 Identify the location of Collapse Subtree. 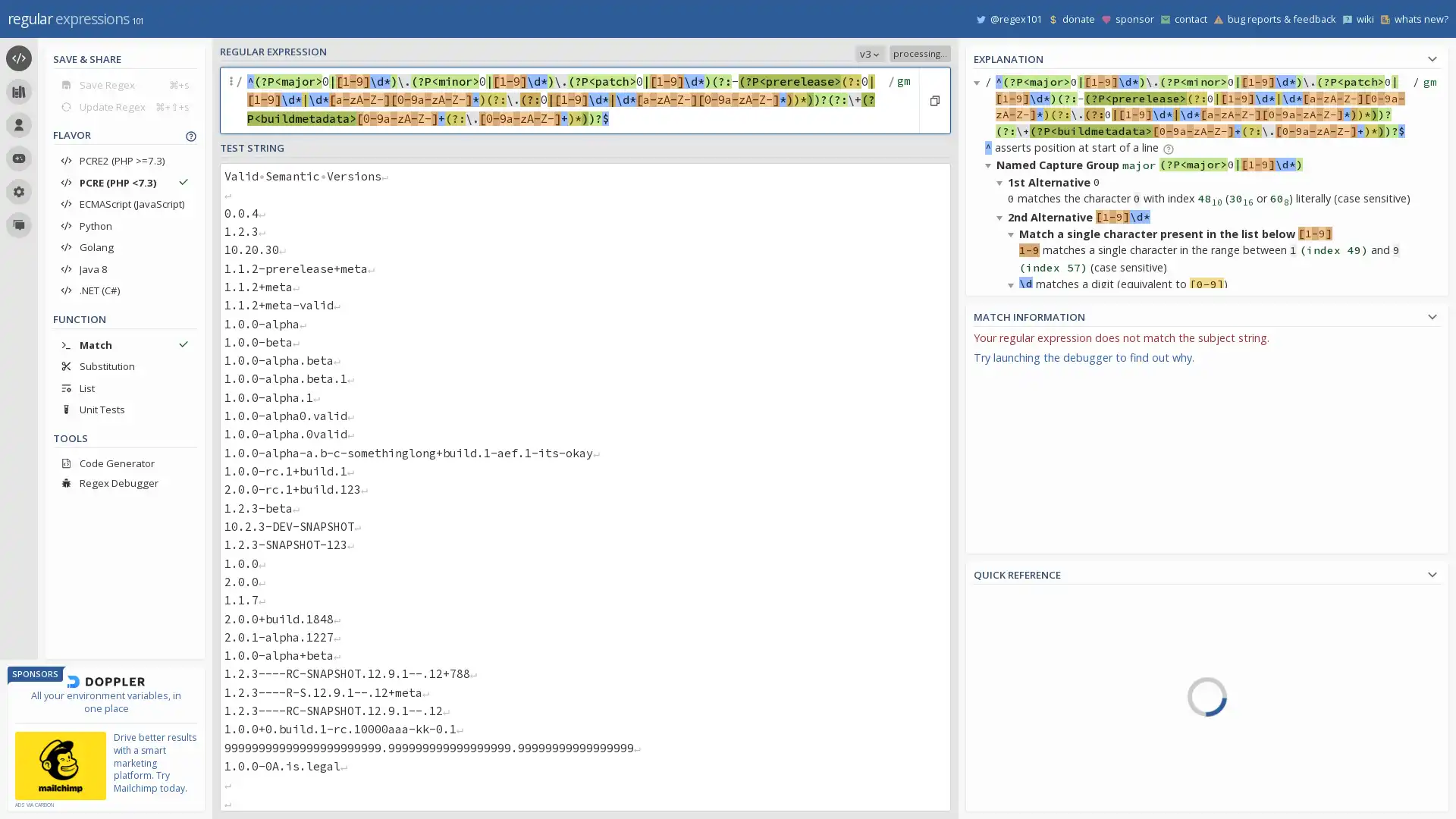
(990, 165).